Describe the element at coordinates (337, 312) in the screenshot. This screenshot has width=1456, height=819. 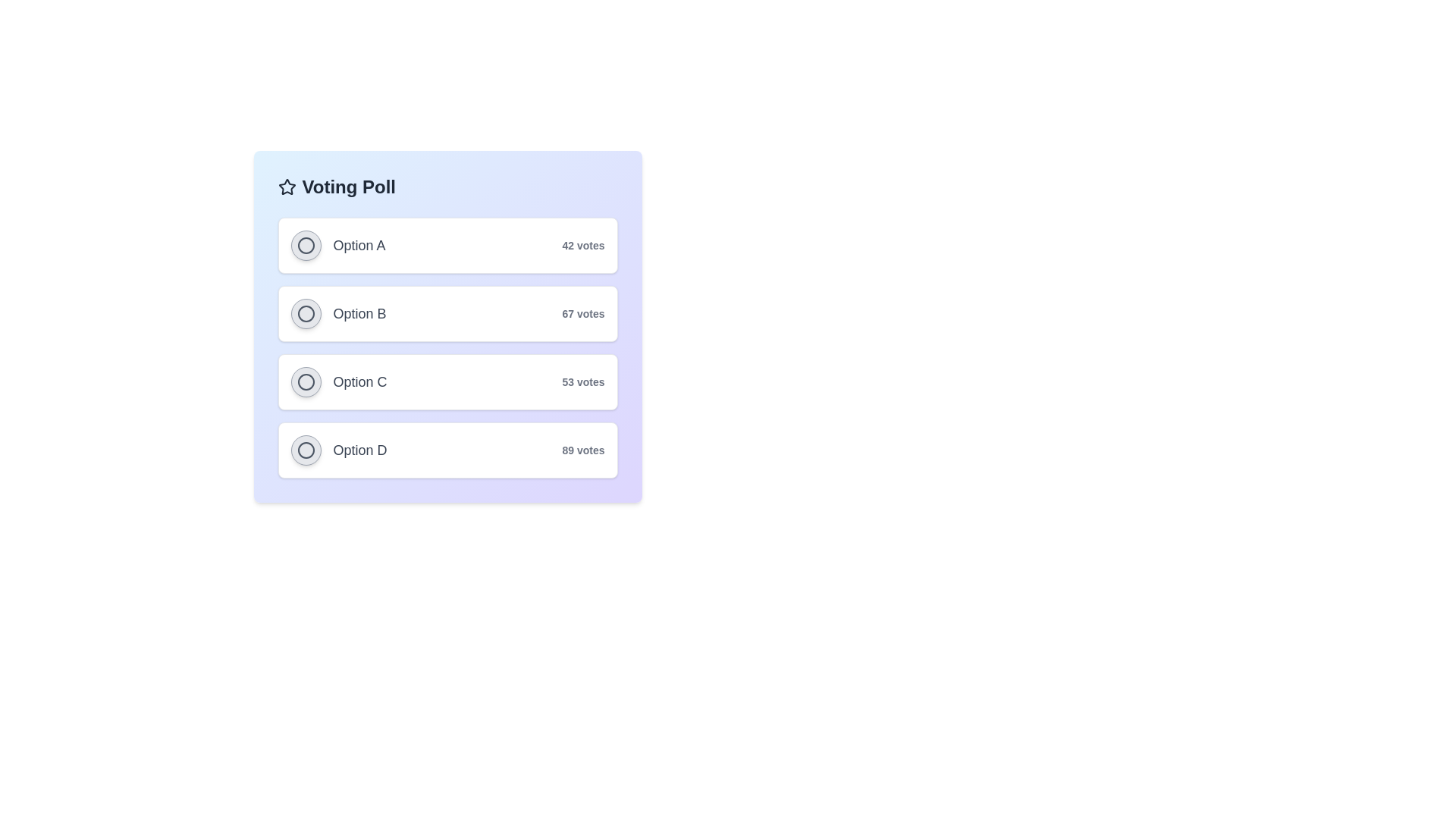
I see `the circular button for 'Option B' in the voting poll interface` at that location.